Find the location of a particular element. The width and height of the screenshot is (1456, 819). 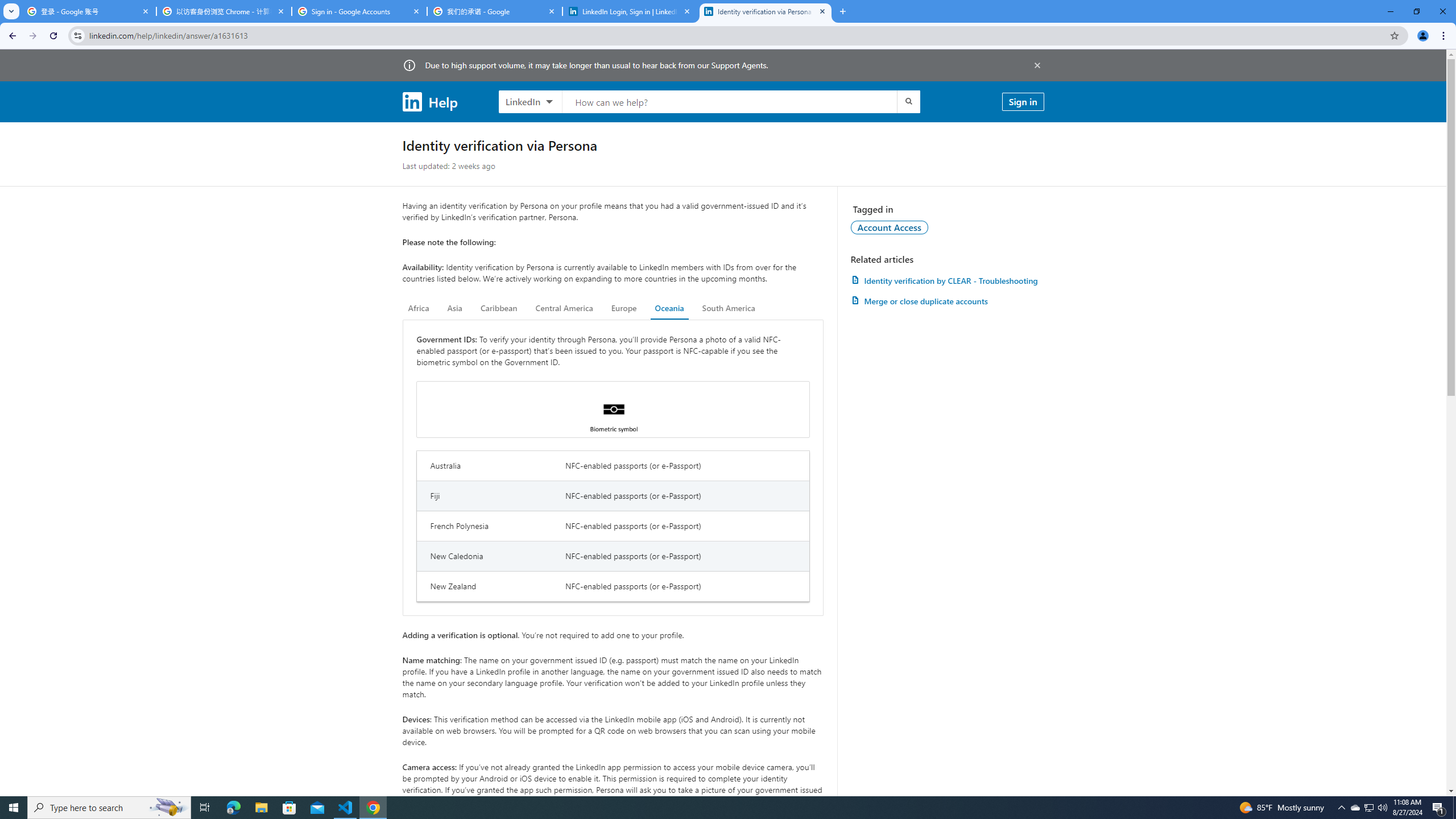

'LinkedIn Login, Sign in | LinkedIn' is located at coordinates (630, 11).